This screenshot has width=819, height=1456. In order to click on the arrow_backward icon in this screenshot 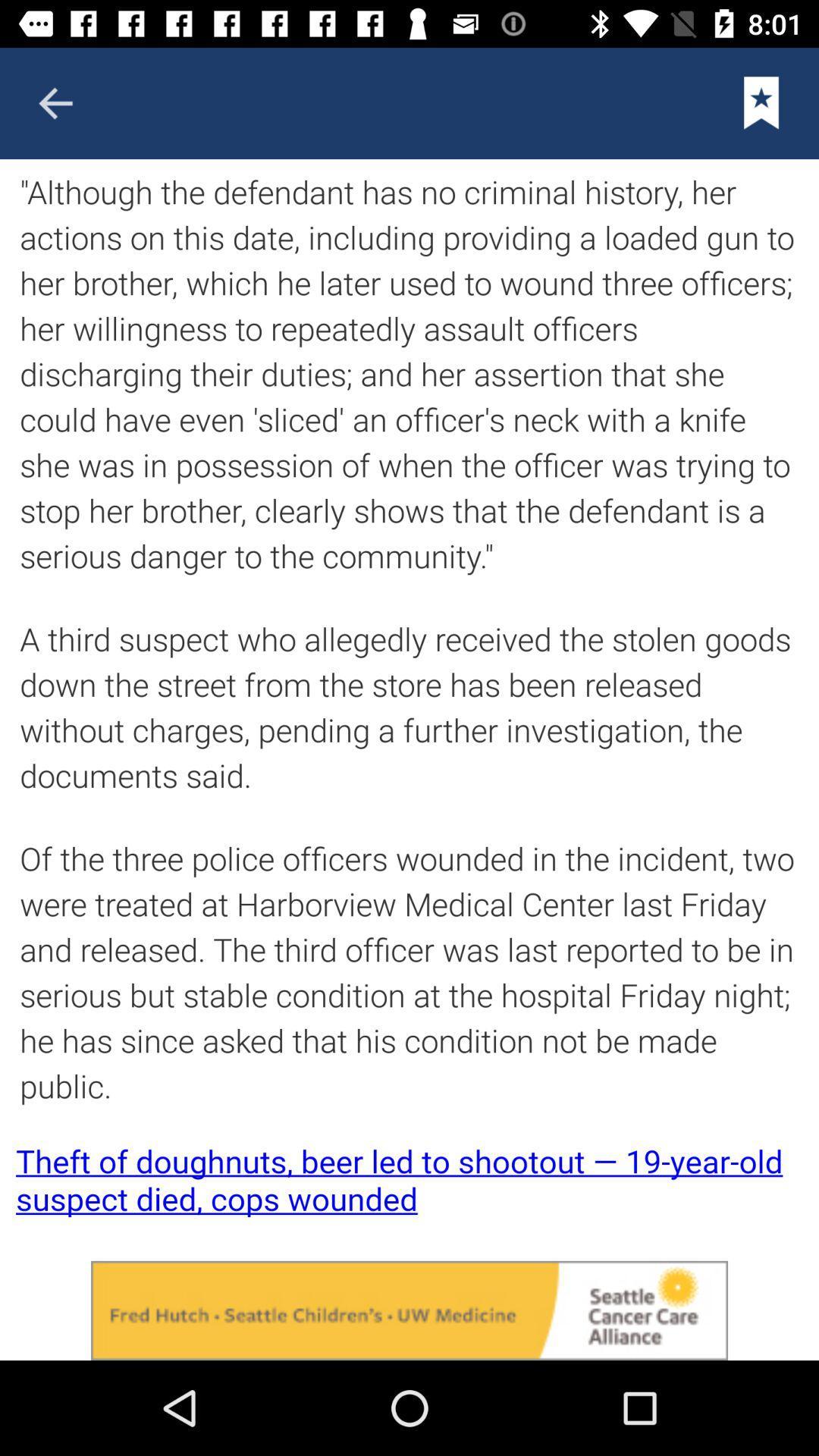, I will do `click(55, 102)`.